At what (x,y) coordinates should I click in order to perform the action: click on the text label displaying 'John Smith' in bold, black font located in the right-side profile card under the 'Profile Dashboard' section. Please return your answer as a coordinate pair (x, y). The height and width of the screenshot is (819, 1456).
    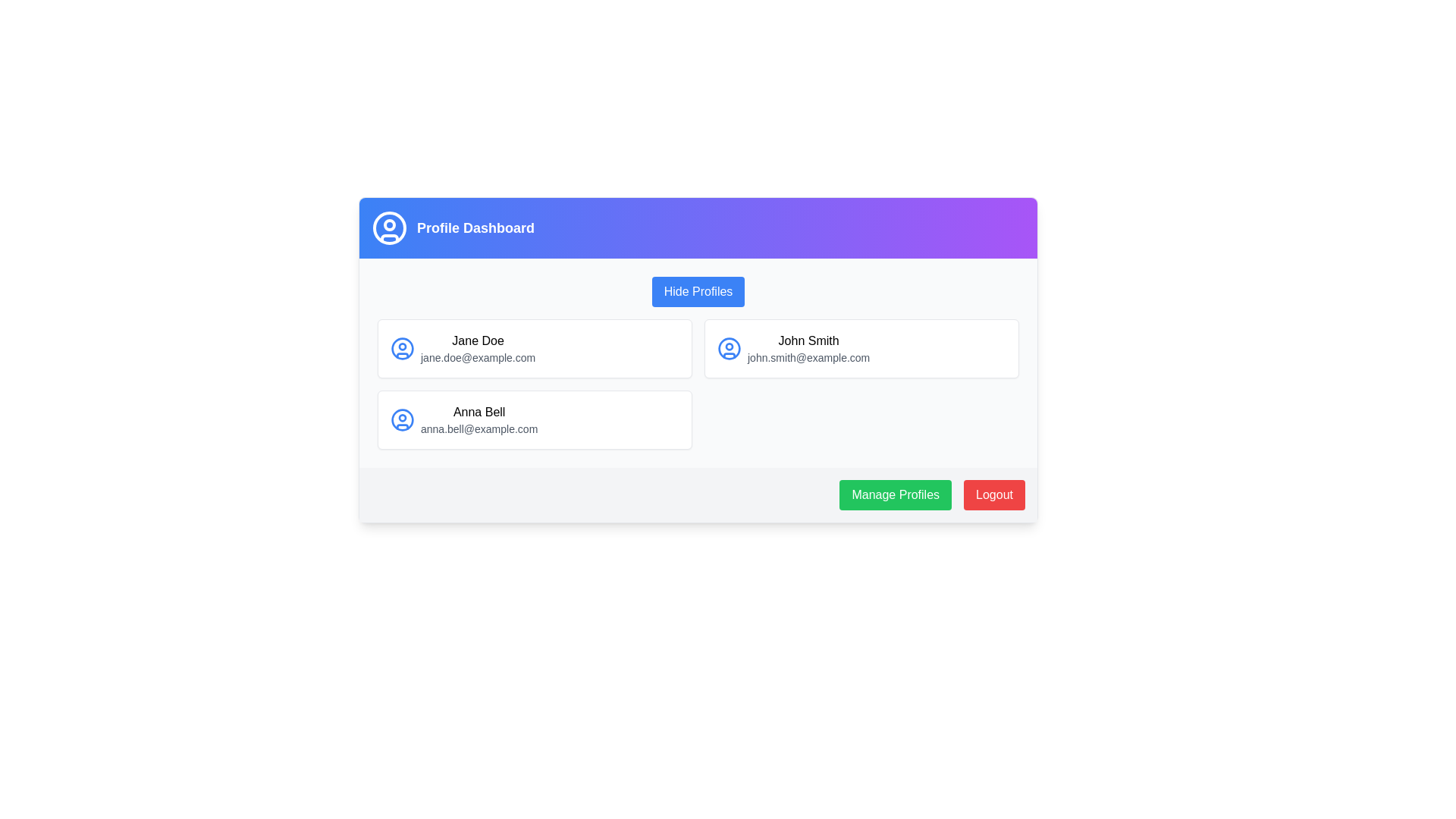
    Looking at the image, I should click on (808, 341).